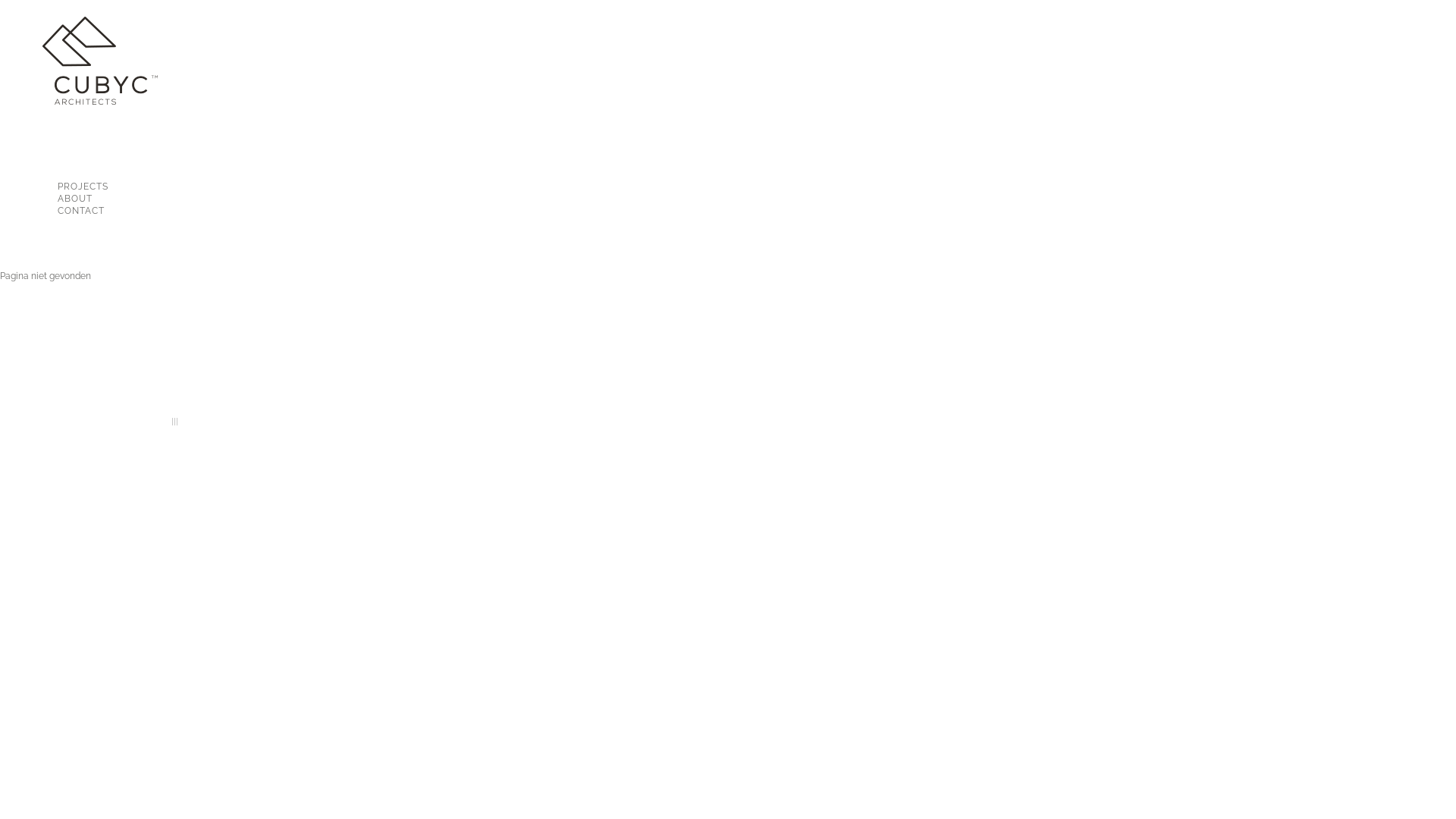 The width and height of the screenshot is (1456, 819). Describe the element at coordinates (96, 210) in the screenshot. I see `'CONTACT'` at that location.